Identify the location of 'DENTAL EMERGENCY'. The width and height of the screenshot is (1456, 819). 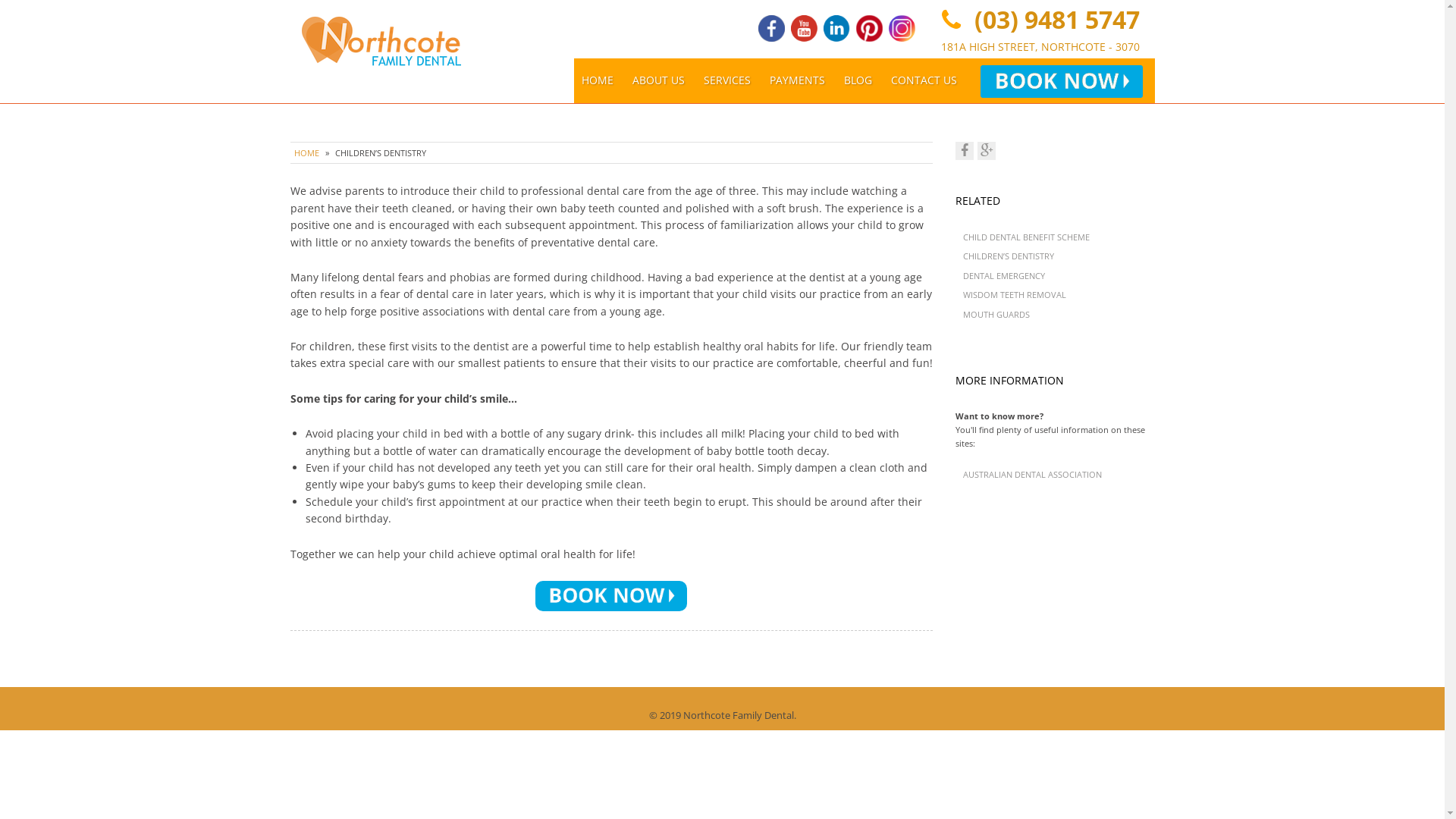
(1004, 275).